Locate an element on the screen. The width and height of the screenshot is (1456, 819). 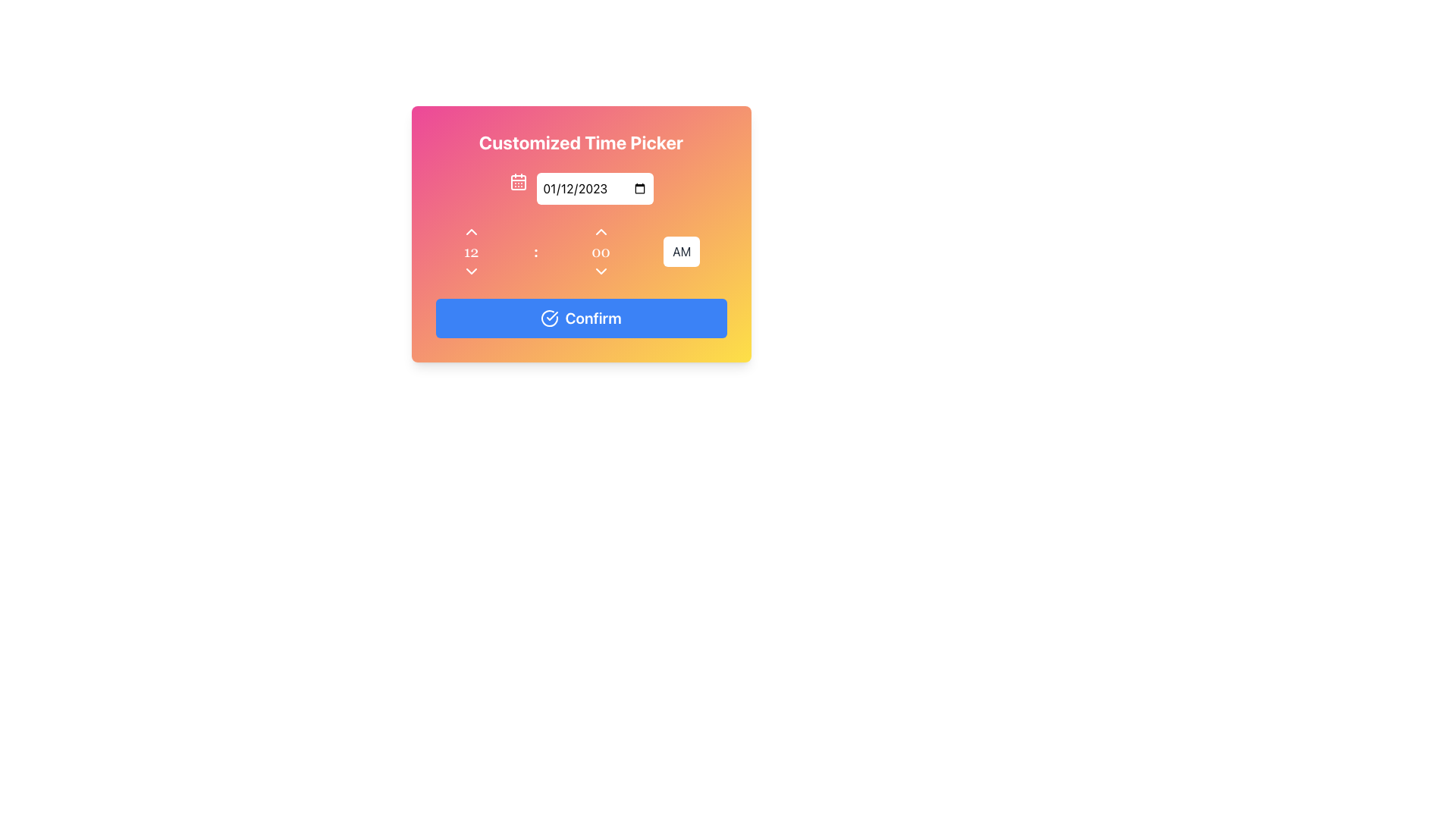
the increment Button located above the numeric input is located at coordinates (600, 231).